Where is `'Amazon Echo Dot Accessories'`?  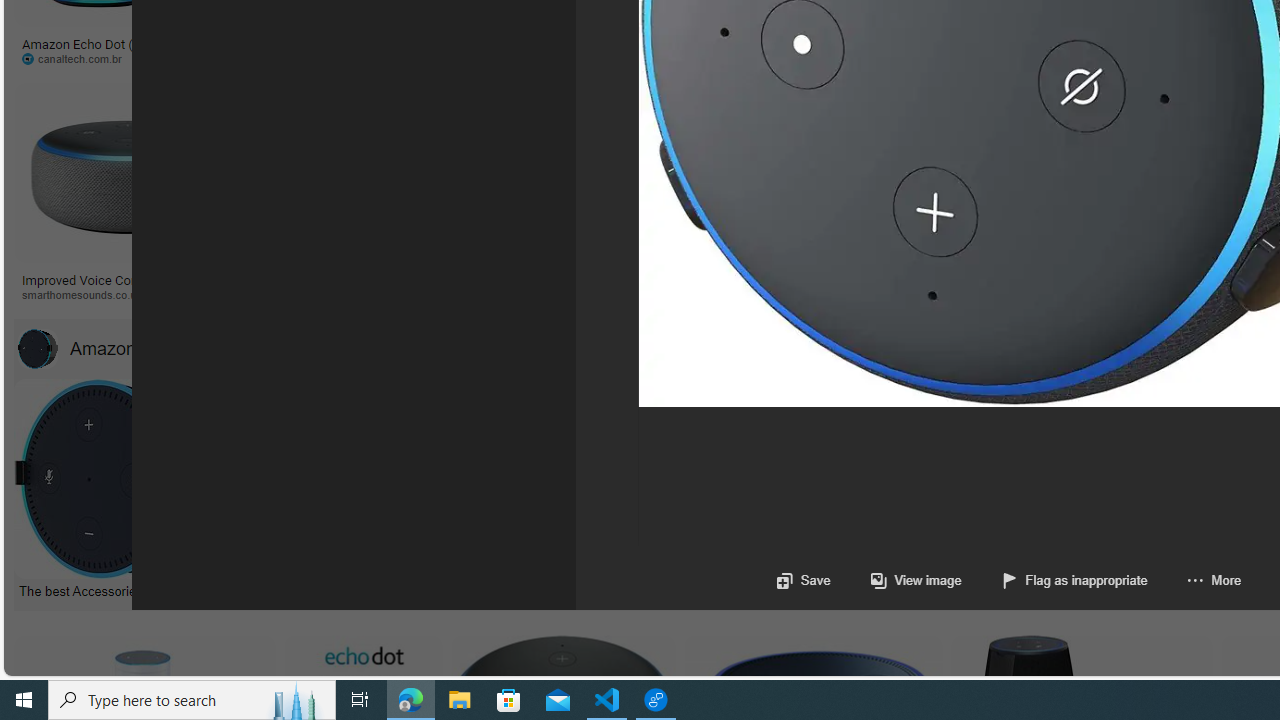 'Amazon Echo Dot Accessories' is located at coordinates (37, 347).